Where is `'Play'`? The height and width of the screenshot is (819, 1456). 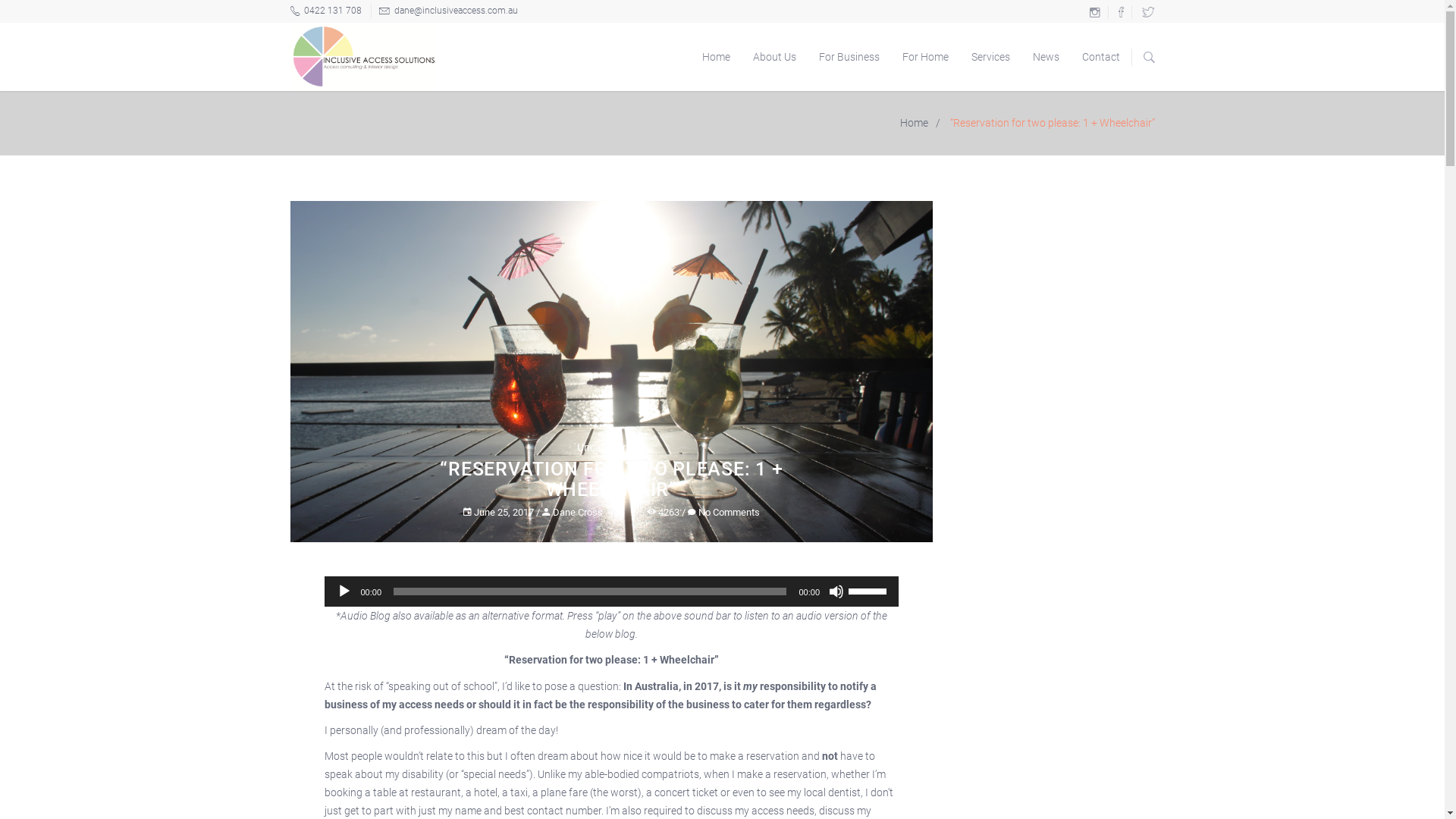 'Play' is located at coordinates (344, 590).